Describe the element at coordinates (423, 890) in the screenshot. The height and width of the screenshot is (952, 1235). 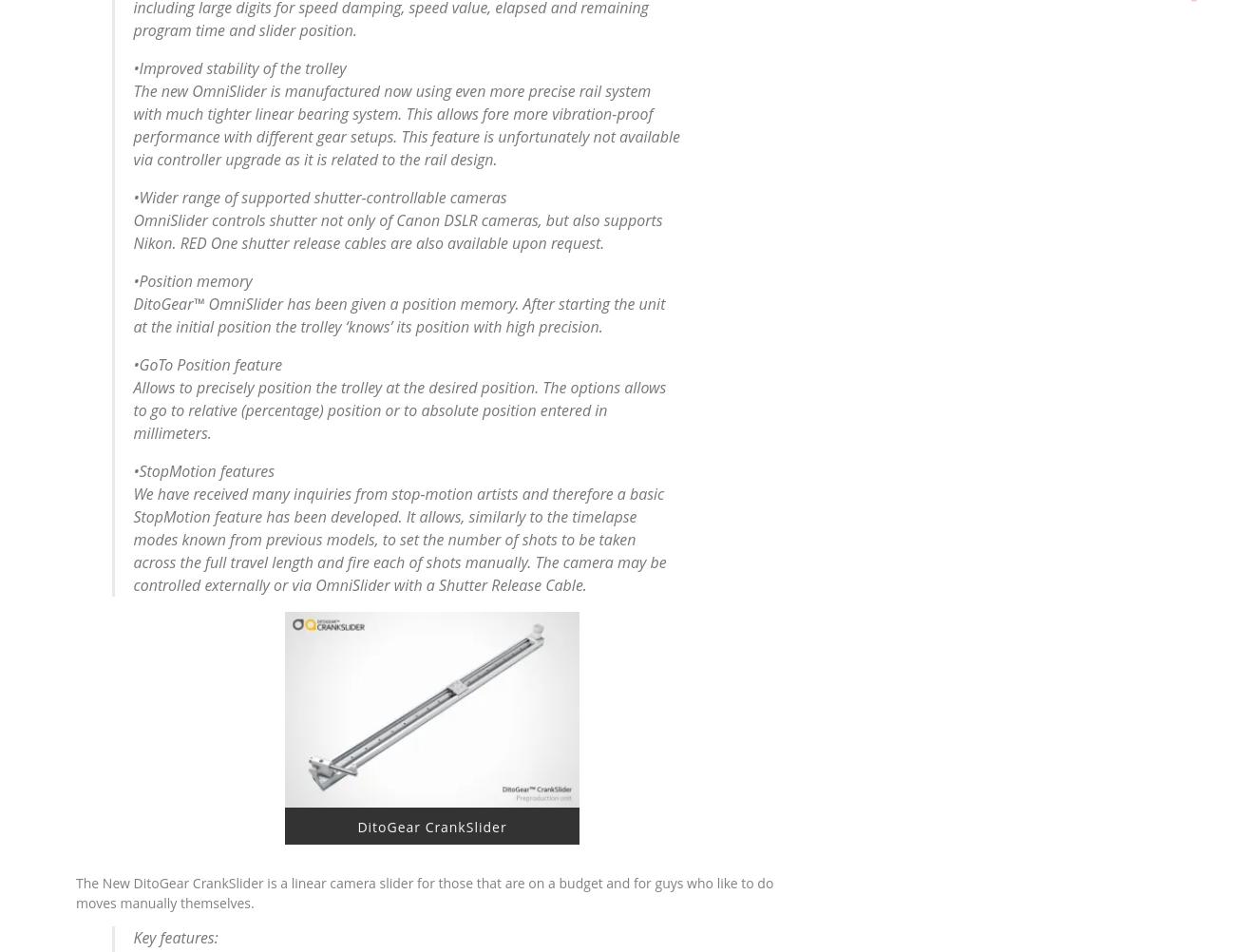
I see `'The New DitoGear CrankSlider is a linear camera slider for those that are on a budget and for guys who like to do moves manually themselves.'` at that location.